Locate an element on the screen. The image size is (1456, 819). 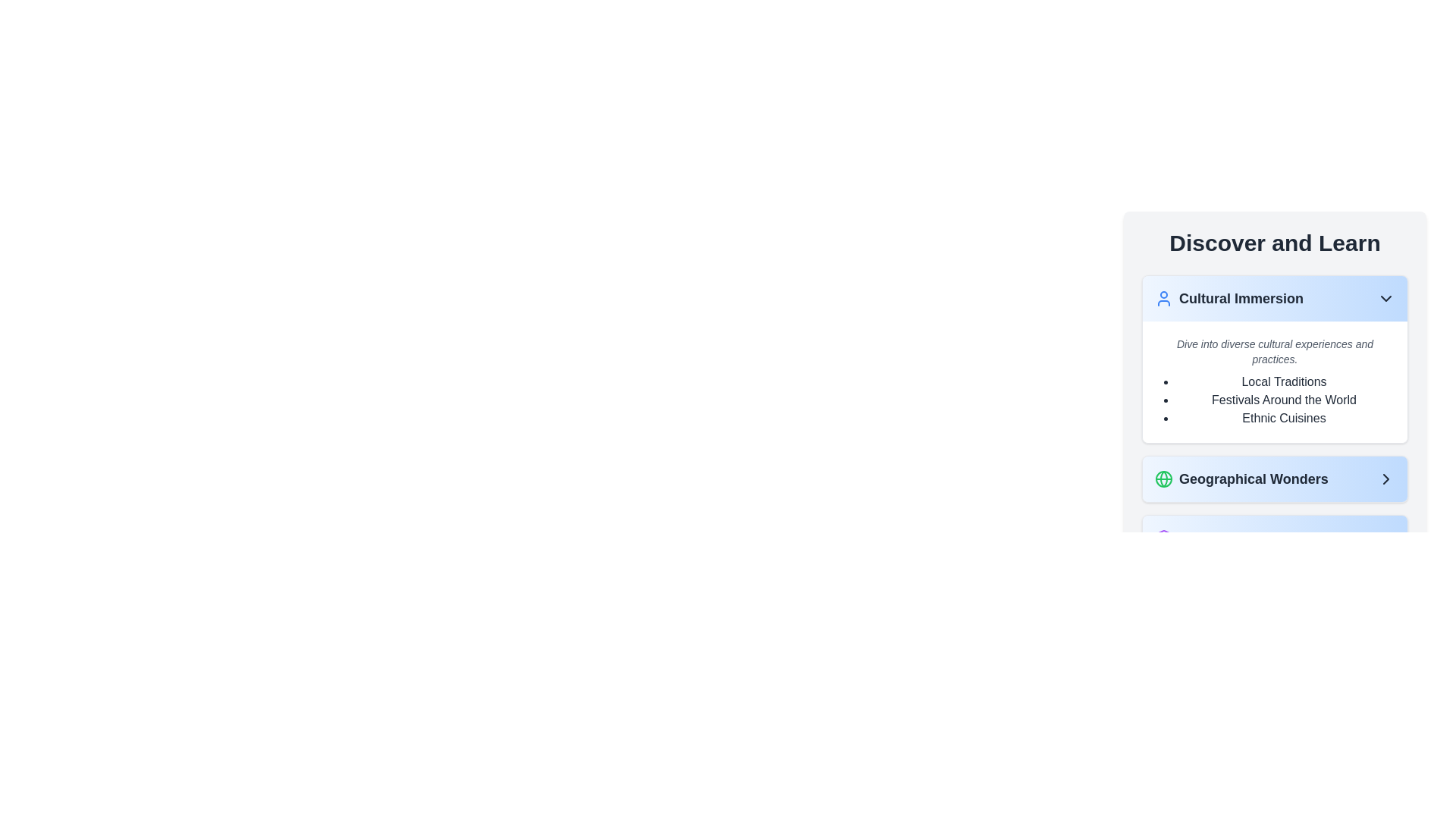
the Button styled as a navigation link located in the second row under the 'Discover and Learn' card to provide visual feedback is located at coordinates (1274, 479).